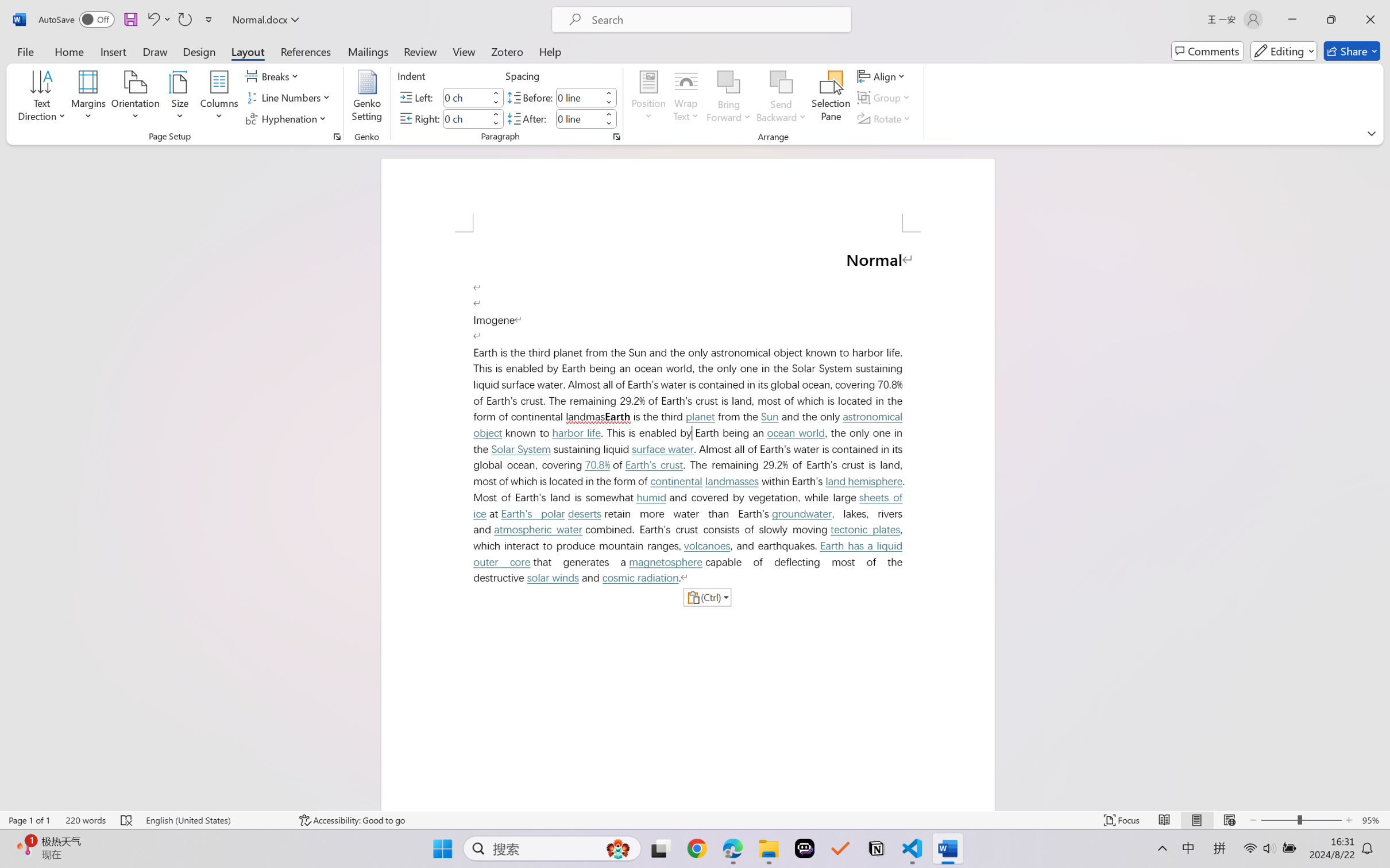 The height and width of the screenshot is (868, 1390). Describe the element at coordinates (864, 480) in the screenshot. I see `'land hemisphere'` at that location.